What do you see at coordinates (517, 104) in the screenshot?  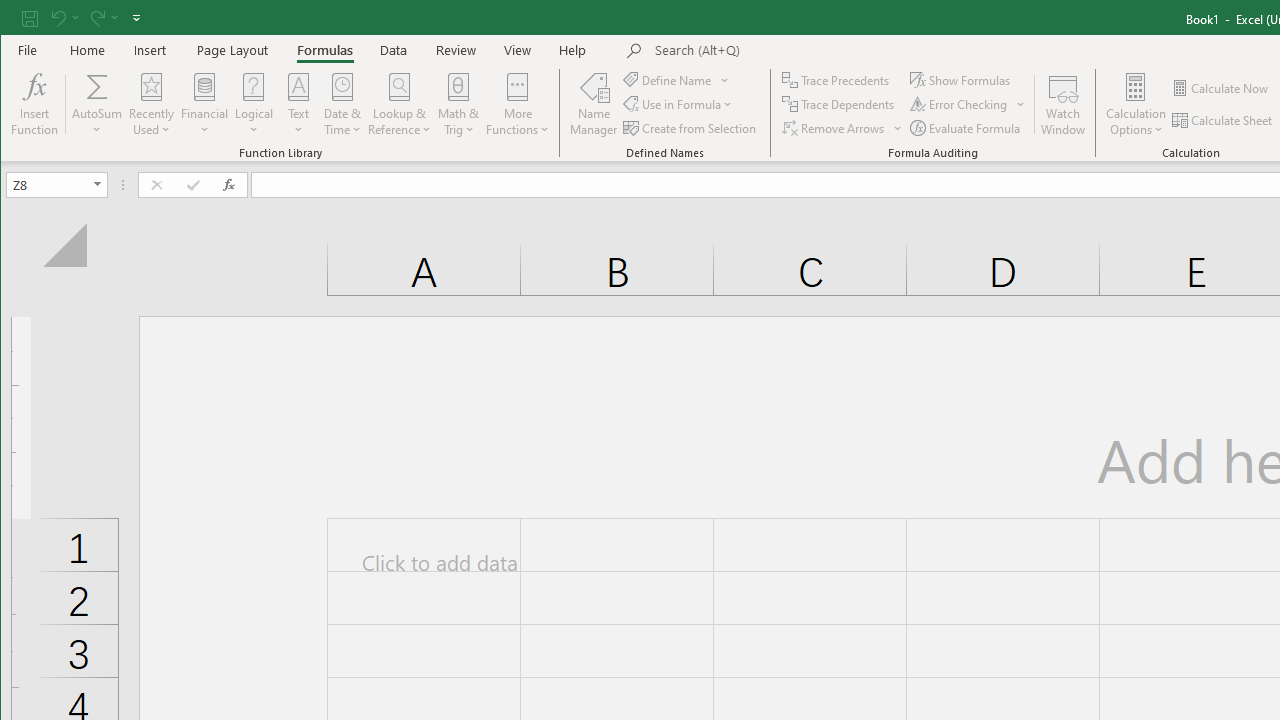 I see `'More Functions'` at bounding box center [517, 104].